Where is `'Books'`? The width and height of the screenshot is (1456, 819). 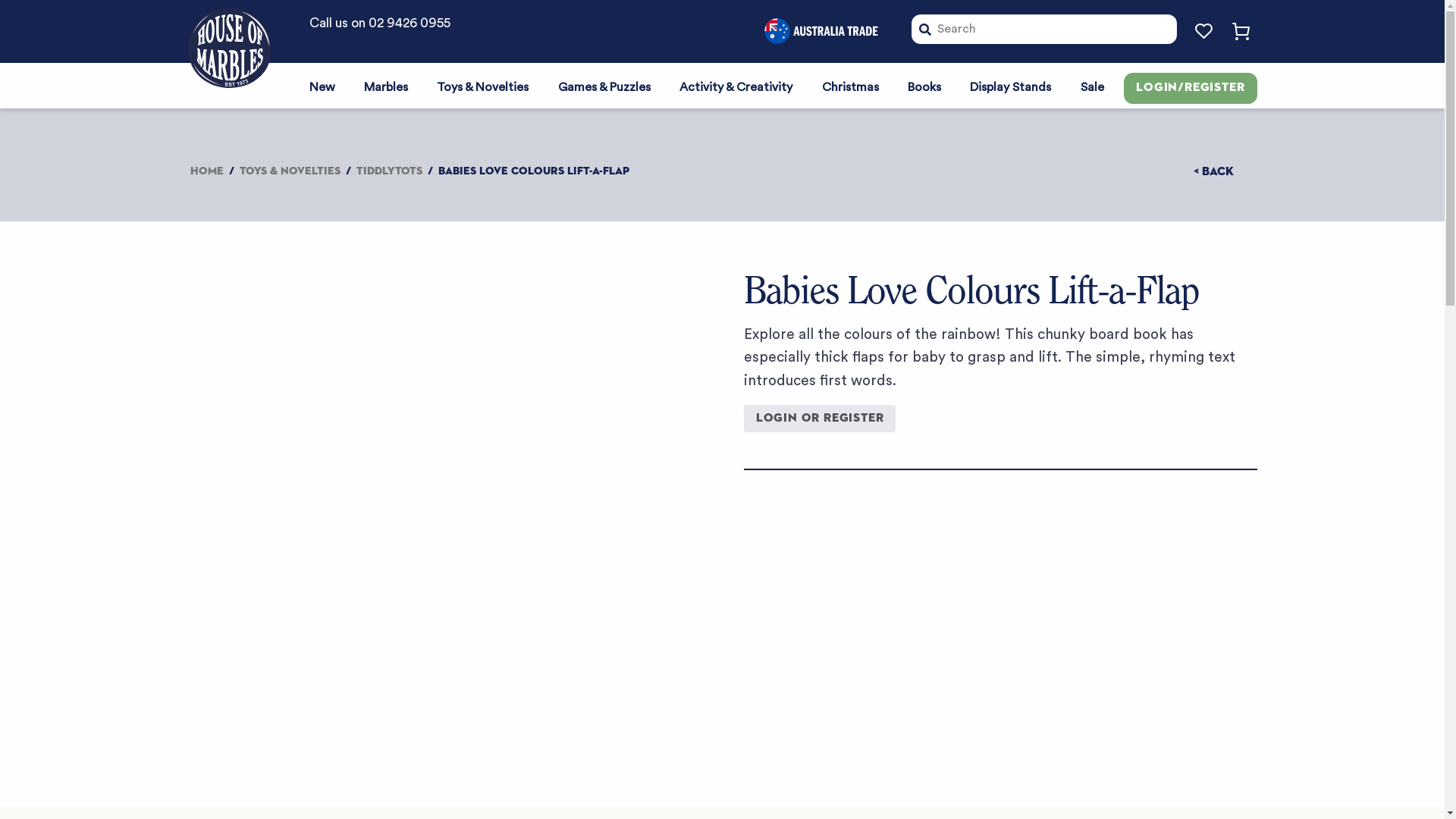 'Books' is located at coordinates (924, 85).